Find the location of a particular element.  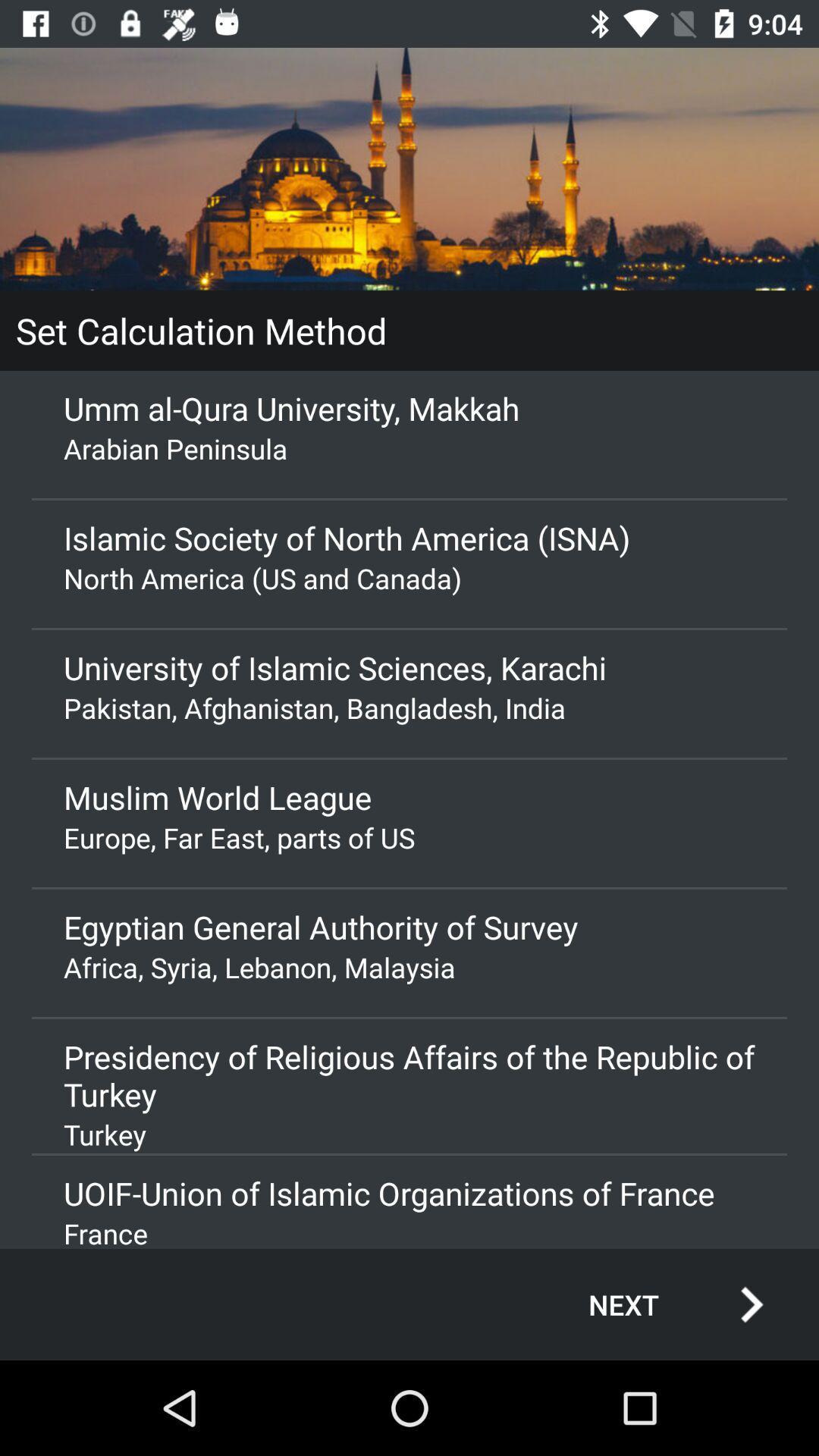

the europe far east item is located at coordinates (409, 836).